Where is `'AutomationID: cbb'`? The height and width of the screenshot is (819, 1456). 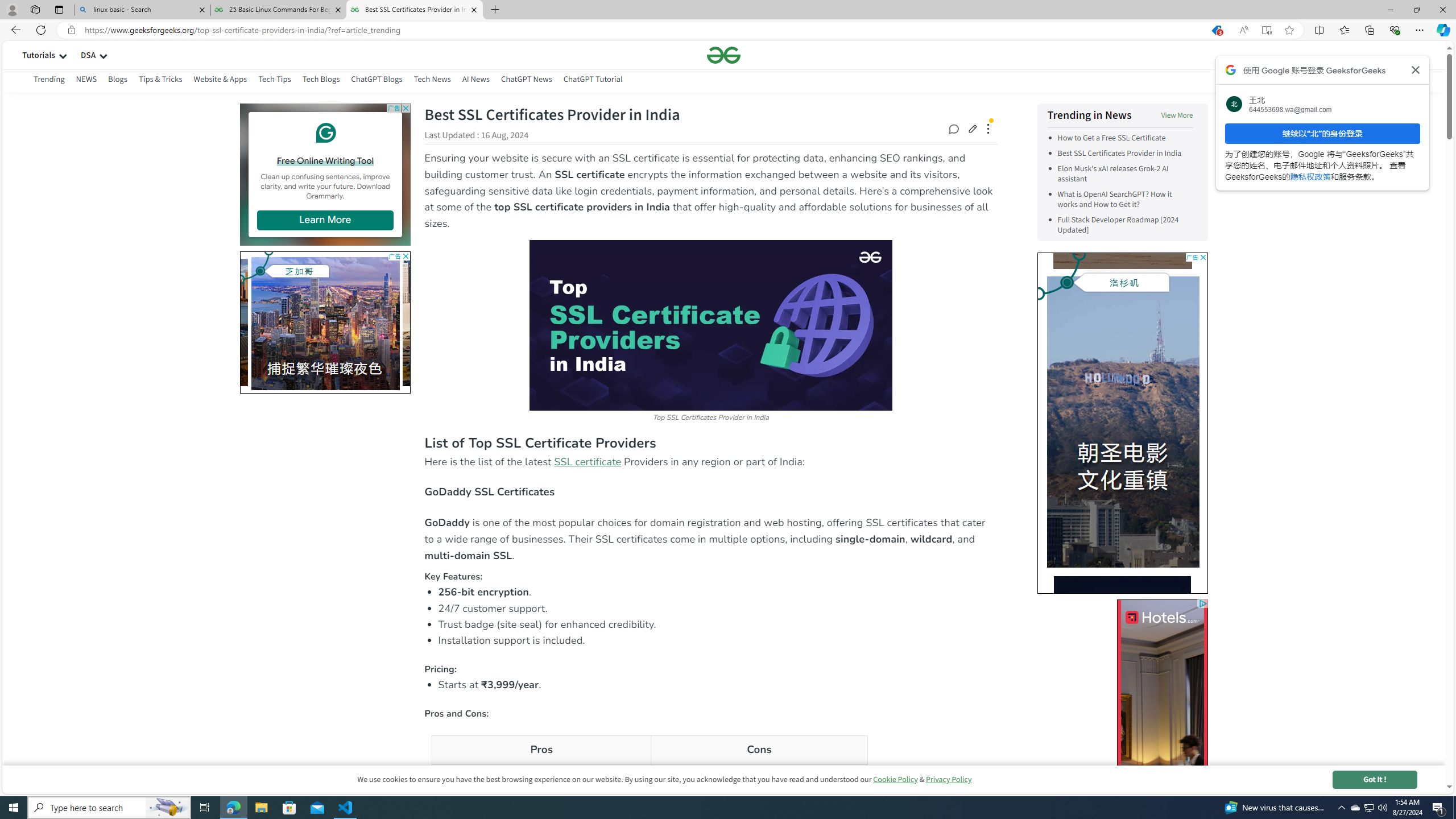
'AutomationID: cbb' is located at coordinates (1202, 257).